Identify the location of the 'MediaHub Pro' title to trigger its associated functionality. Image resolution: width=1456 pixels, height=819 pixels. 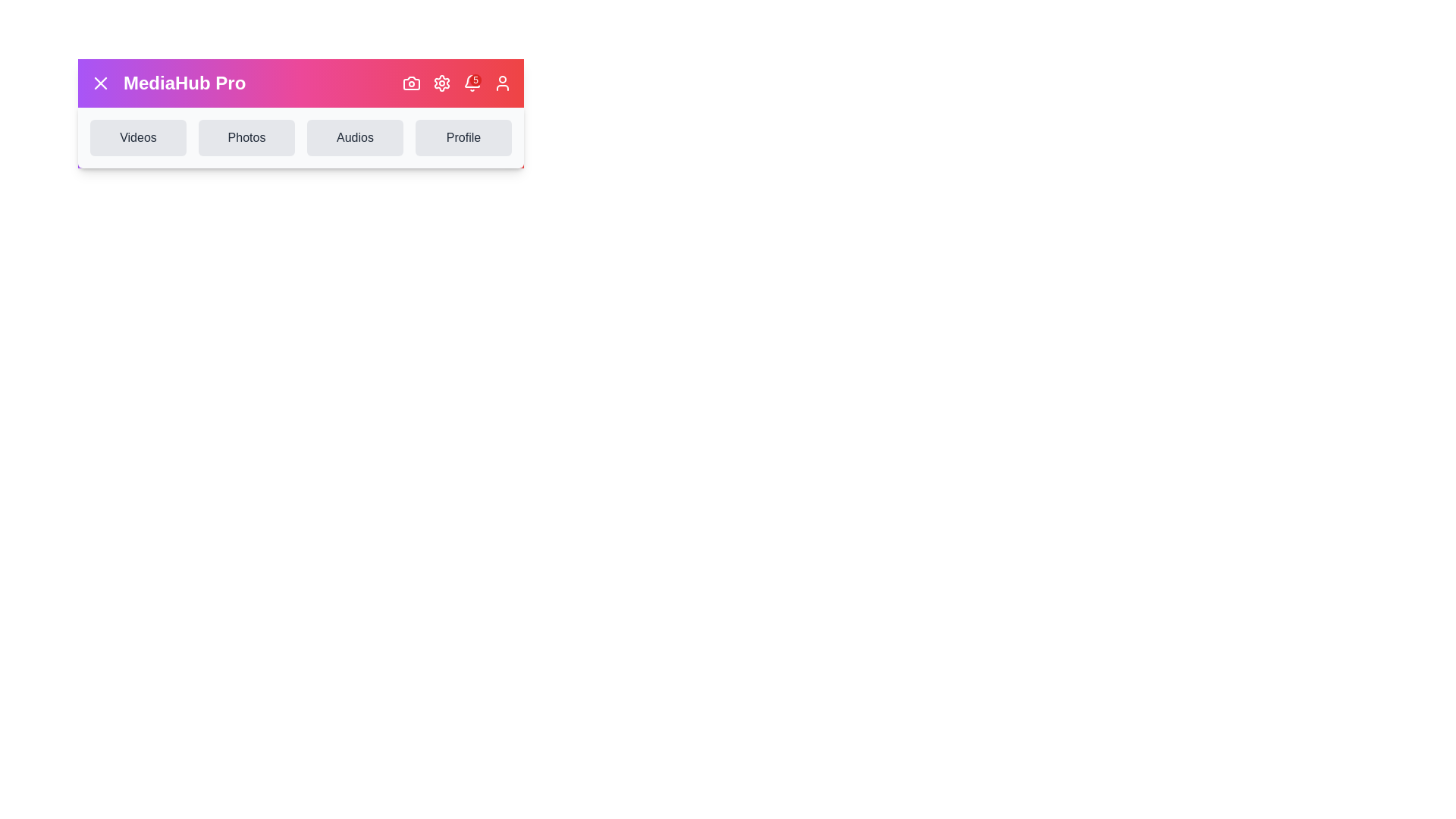
(184, 83).